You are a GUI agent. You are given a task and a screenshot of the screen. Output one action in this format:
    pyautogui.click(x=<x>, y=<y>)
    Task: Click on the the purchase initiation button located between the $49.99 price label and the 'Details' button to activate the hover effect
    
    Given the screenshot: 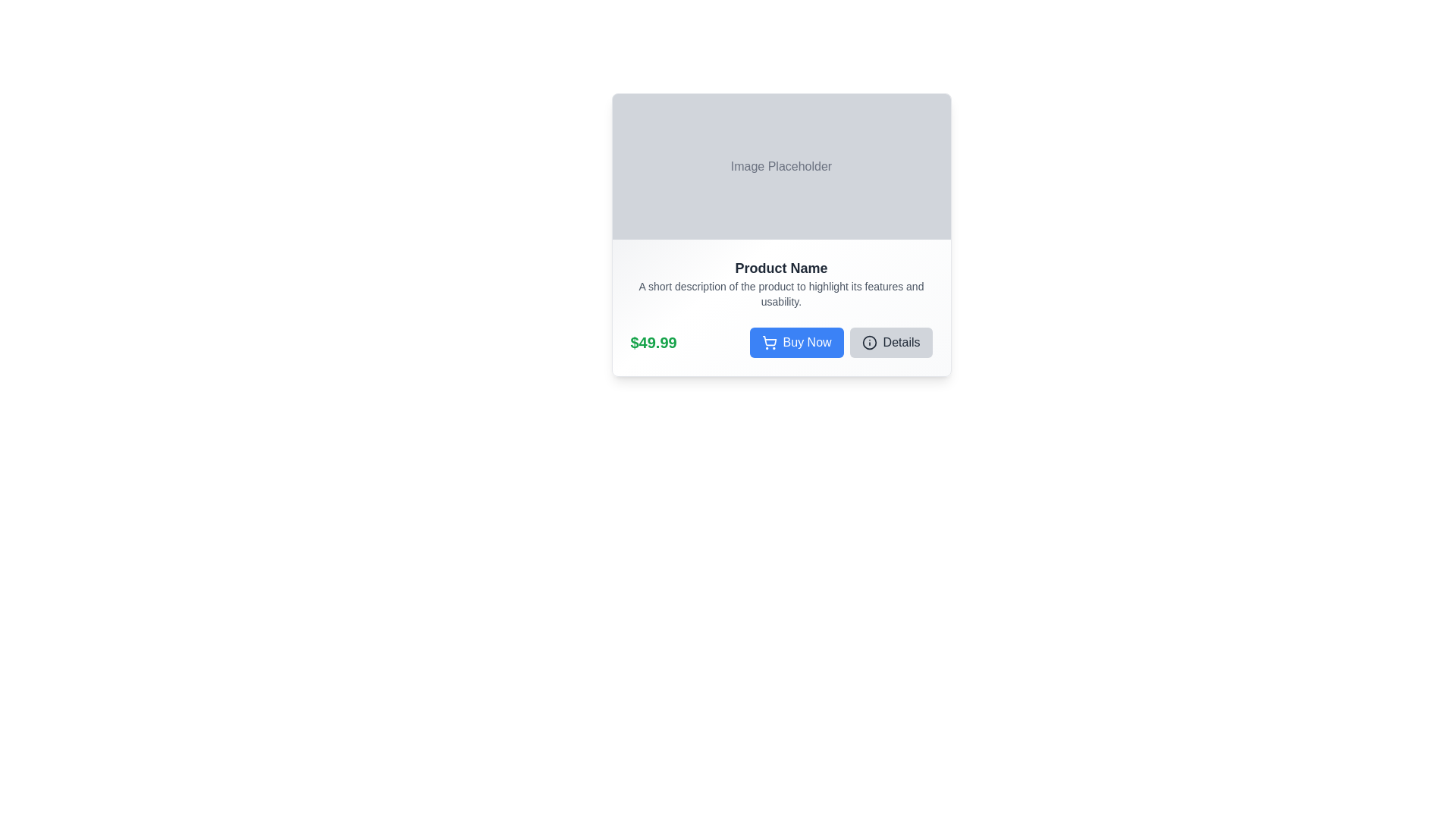 What is the action you would take?
    pyautogui.click(x=795, y=342)
    